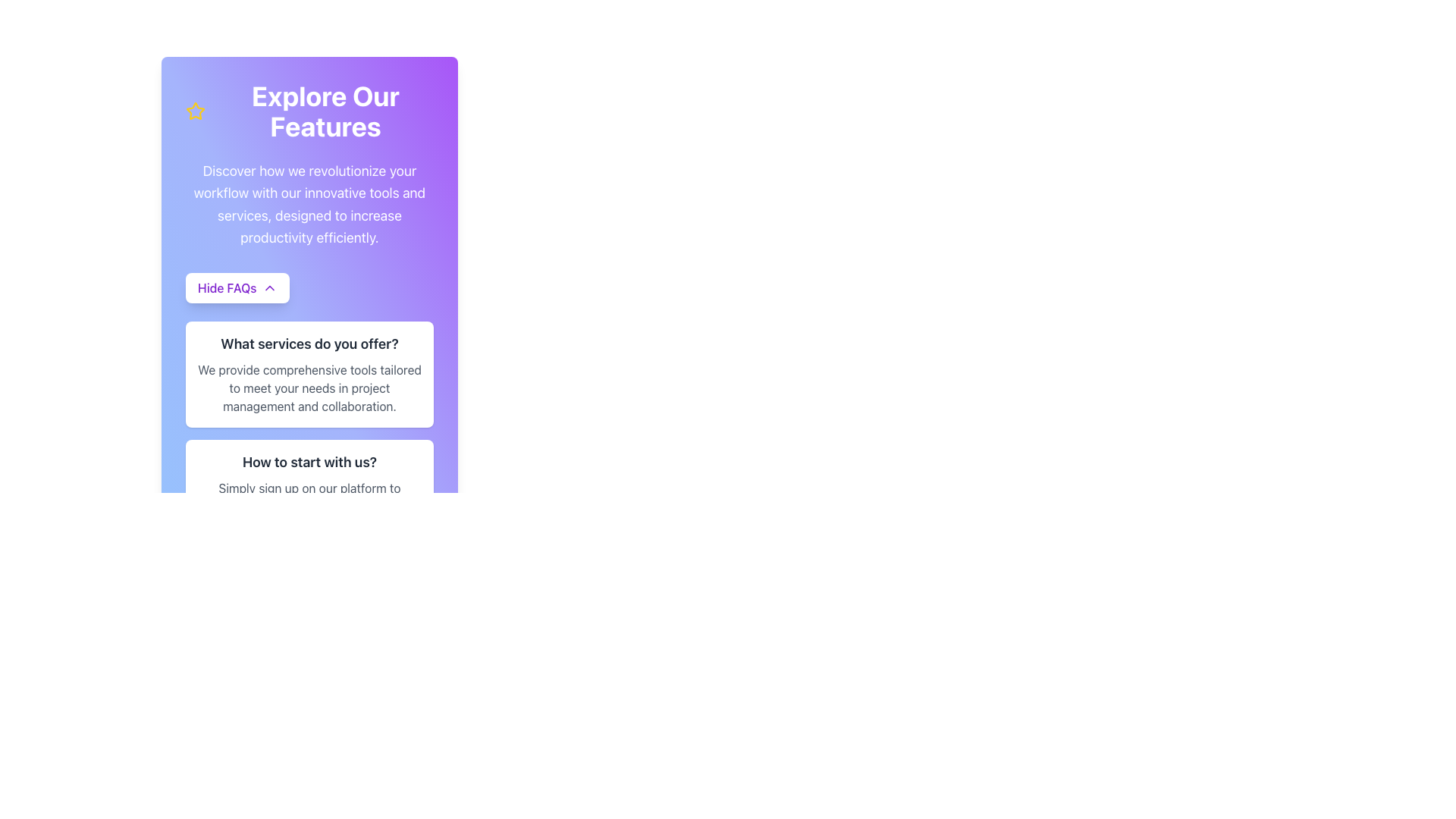  I want to click on heading text 'How to start with us?' which is styled in a larger font size and bold formatting, located at the top of an onboarding information card, so click(309, 461).